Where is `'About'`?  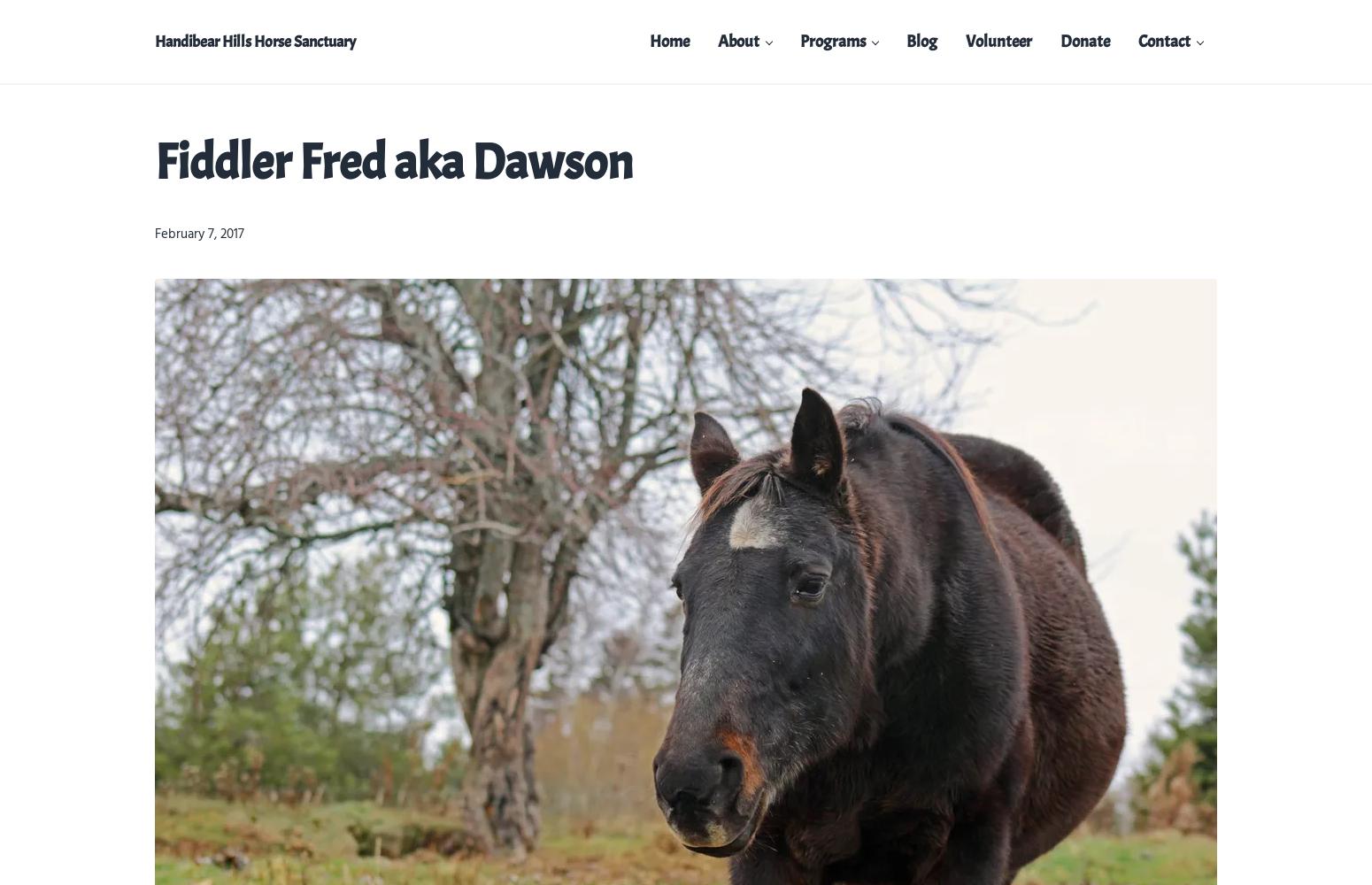
'About' is located at coordinates (737, 41).